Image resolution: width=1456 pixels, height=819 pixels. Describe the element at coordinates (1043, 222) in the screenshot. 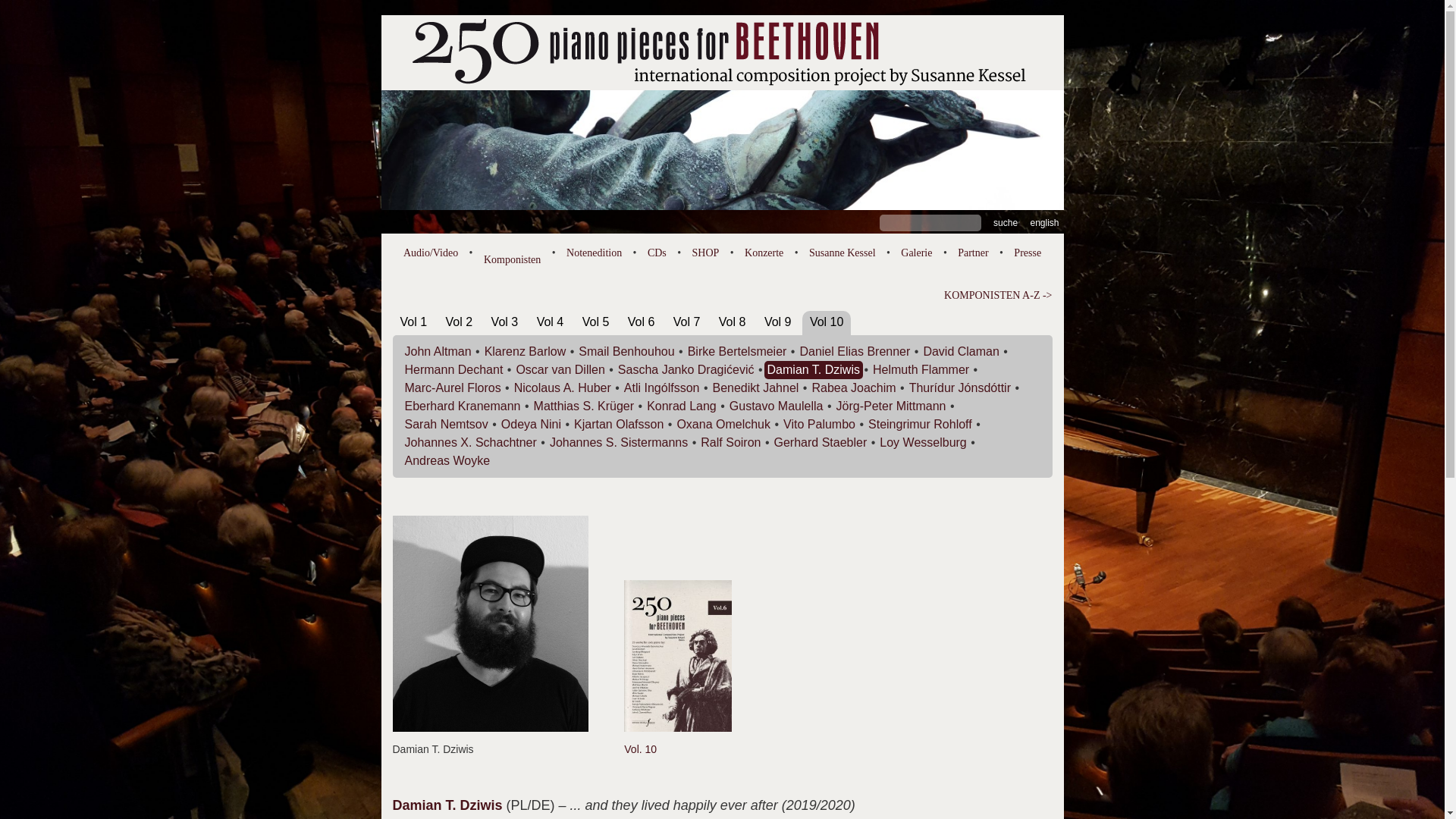

I see `'english'` at that location.